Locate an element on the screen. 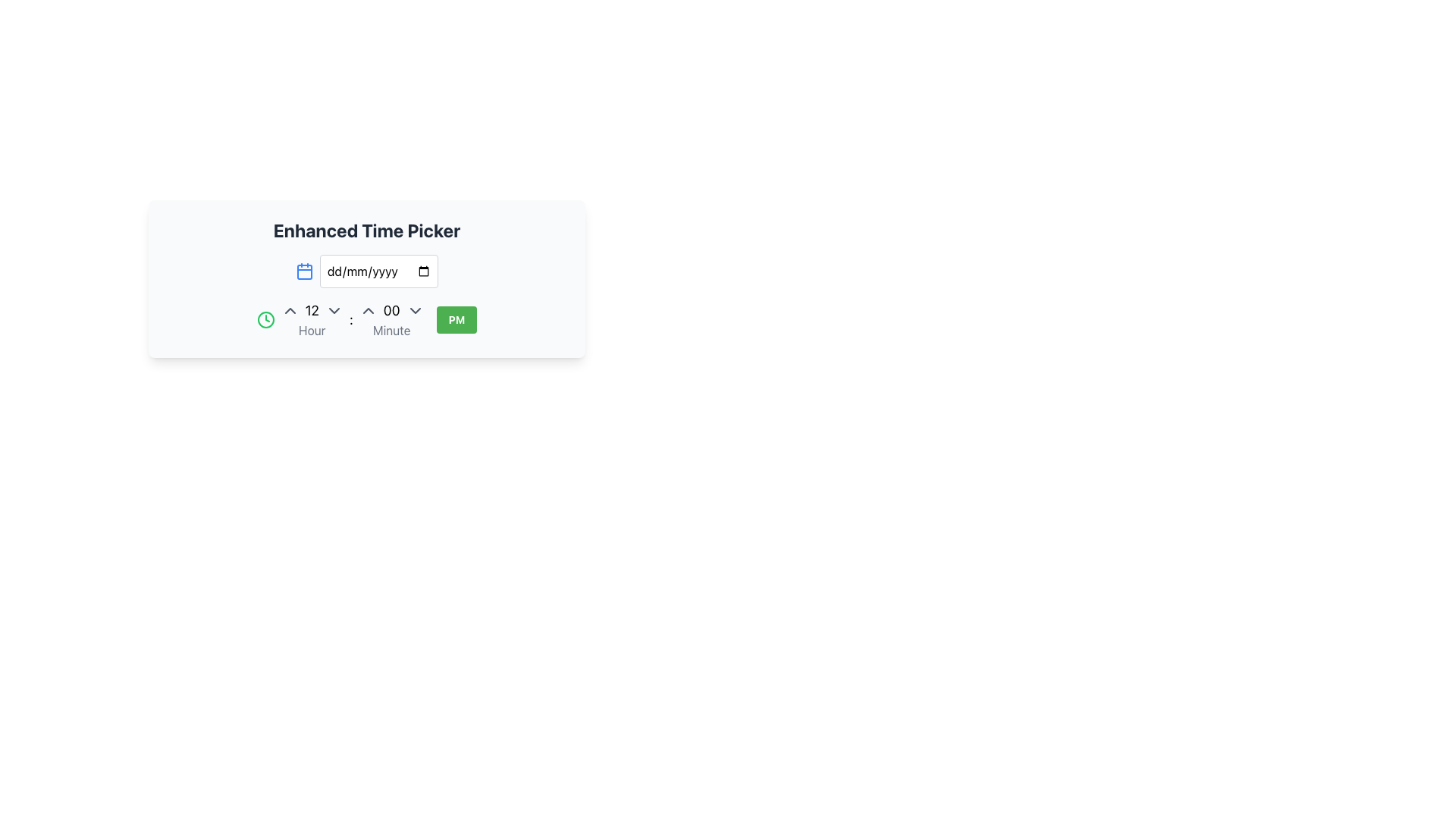 This screenshot has height=819, width=1456. the static text display showing the number '12', which is positioned between a downward arrow and another UI component, directly beneath the label 'Hour' is located at coordinates (311, 309).